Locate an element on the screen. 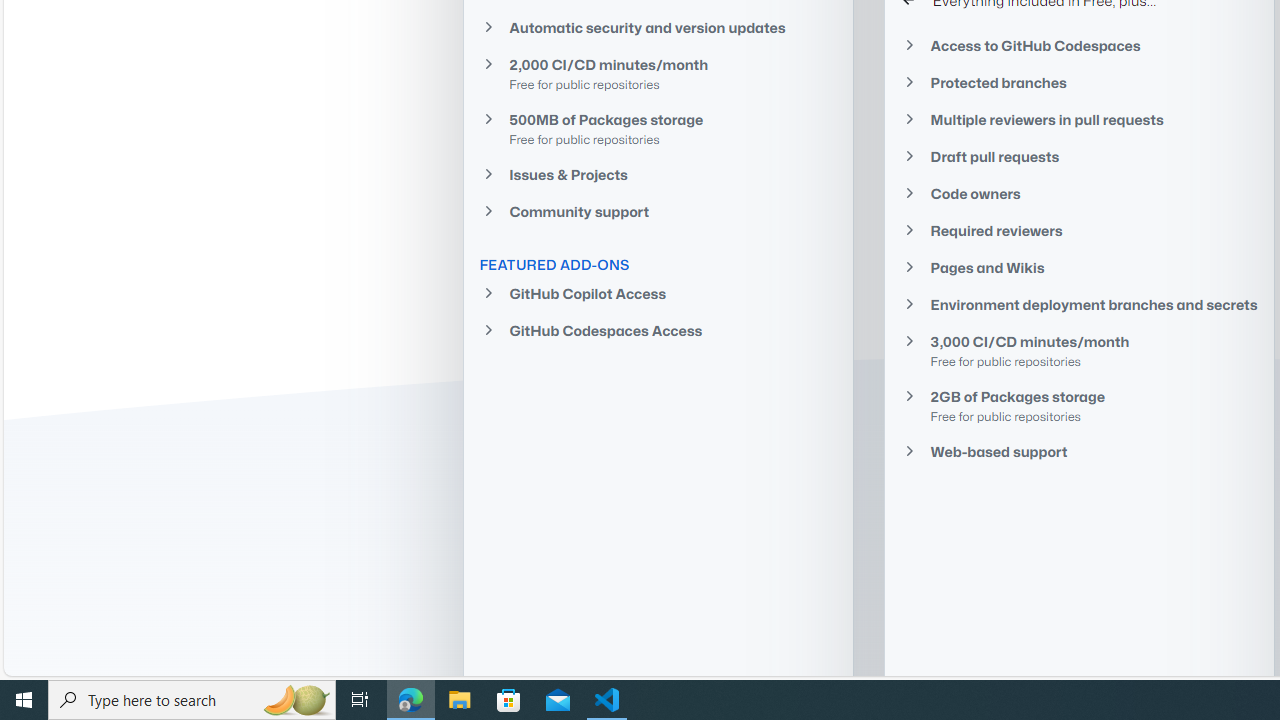 Image resolution: width=1280 pixels, height=720 pixels. 'GitHub Codespaces Access' is located at coordinates (657, 329).